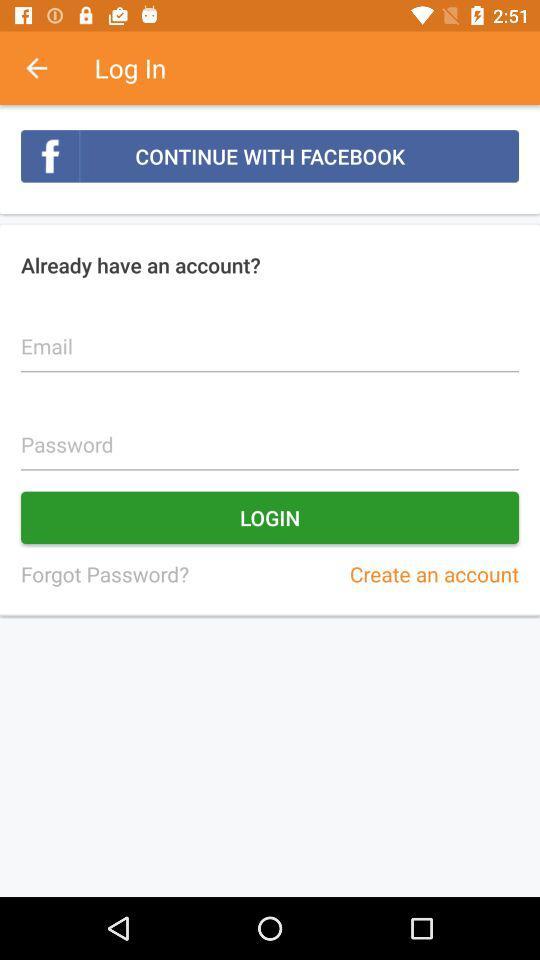 The height and width of the screenshot is (960, 540). I want to click on item above the already have an, so click(270, 155).